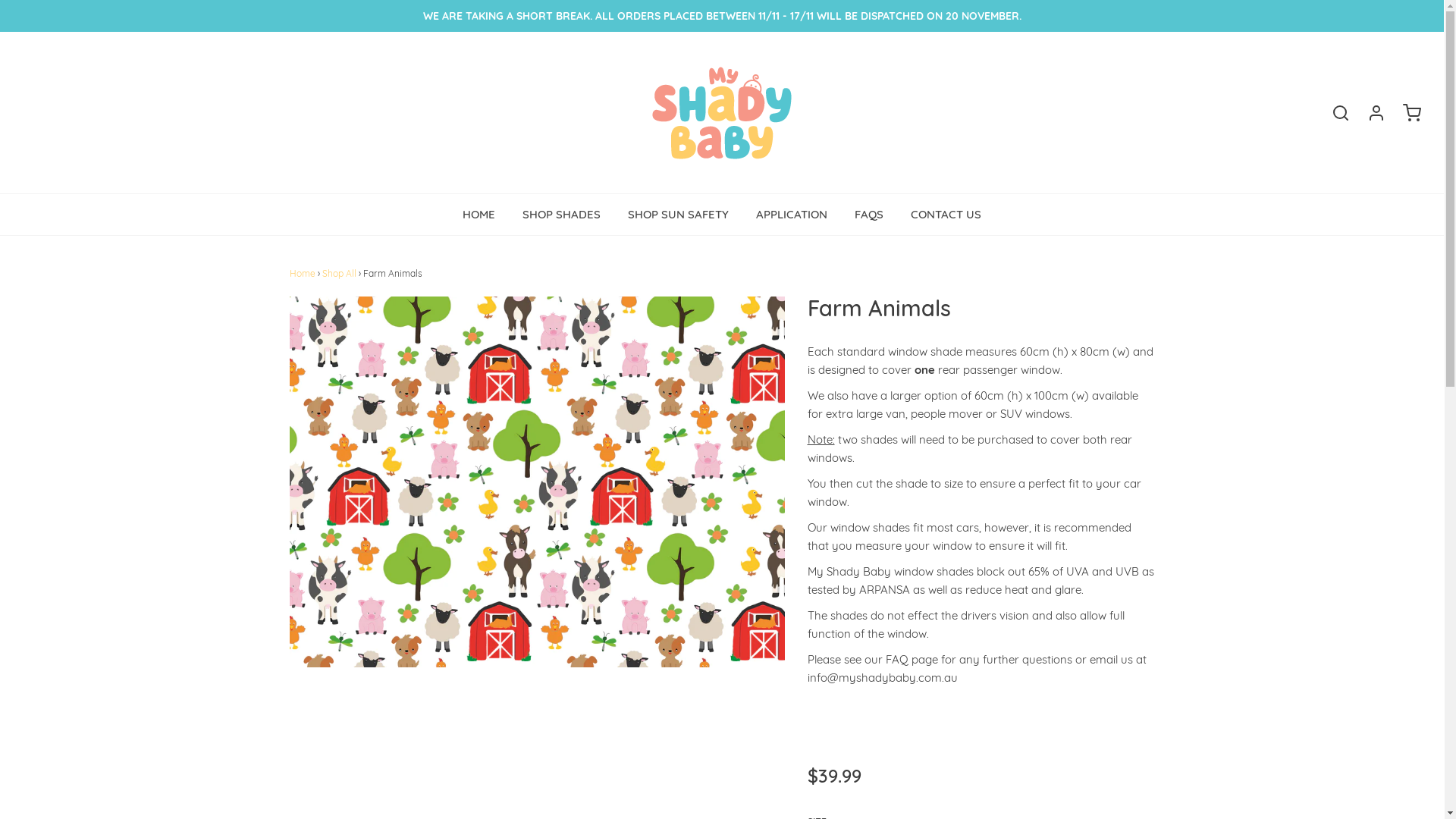  What do you see at coordinates (1404, 112) in the screenshot?
I see `'Cart'` at bounding box center [1404, 112].